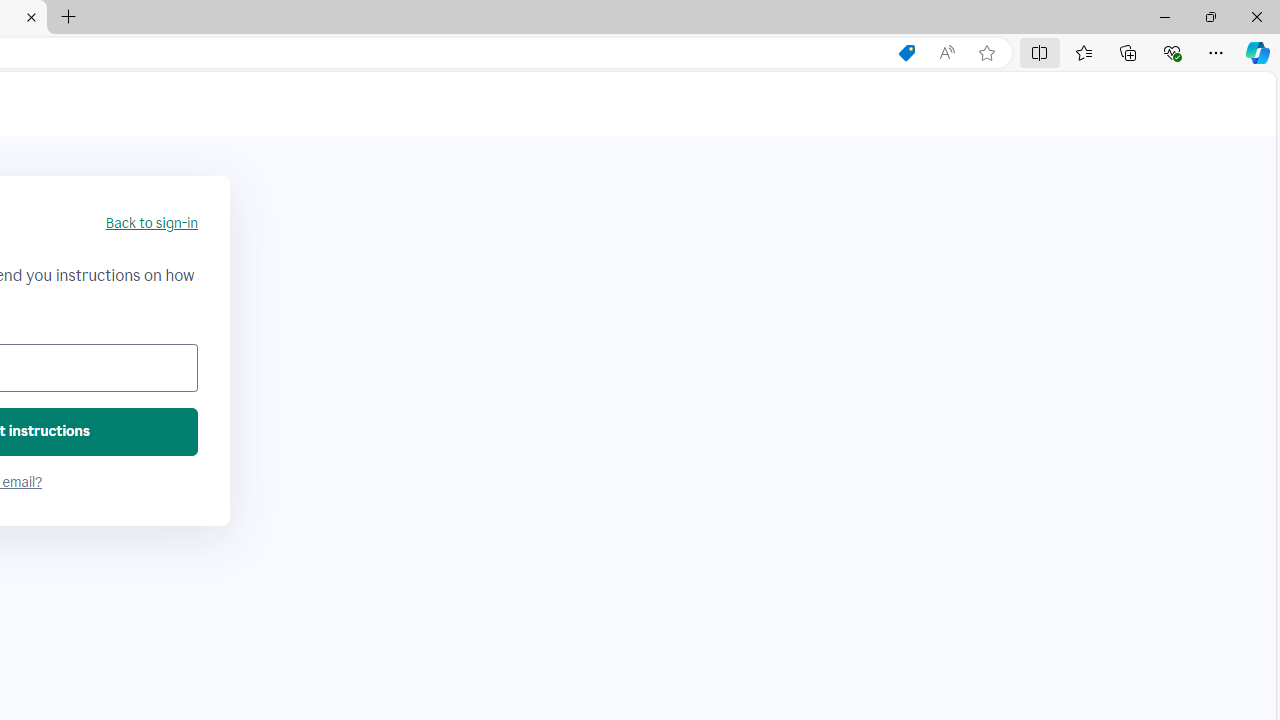 The image size is (1280, 720). I want to click on 'Back to sign-in', so click(150, 223).